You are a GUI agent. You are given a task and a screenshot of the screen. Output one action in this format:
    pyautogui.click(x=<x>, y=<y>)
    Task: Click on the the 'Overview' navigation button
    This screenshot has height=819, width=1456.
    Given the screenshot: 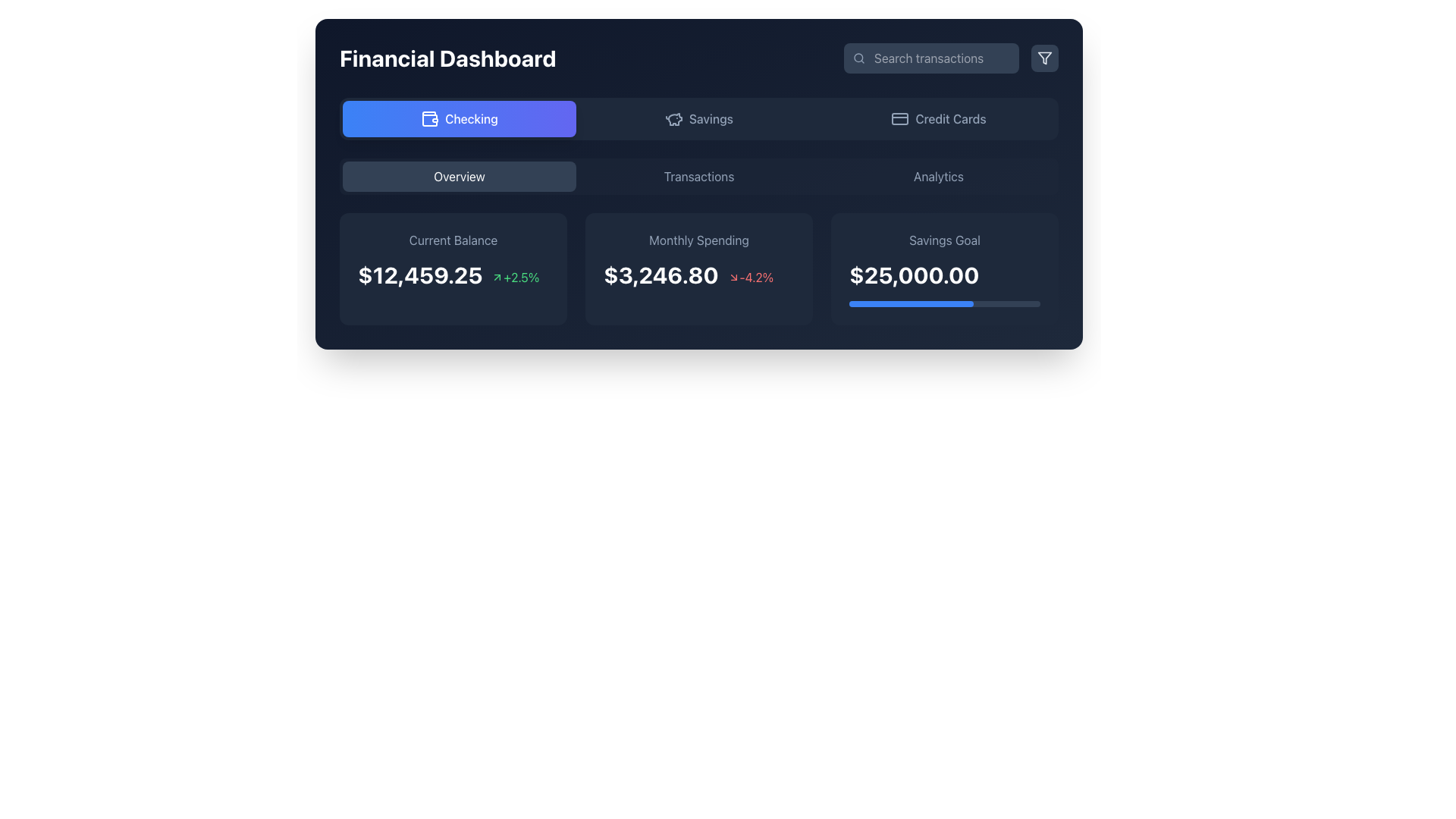 What is the action you would take?
    pyautogui.click(x=458, y=175)
    